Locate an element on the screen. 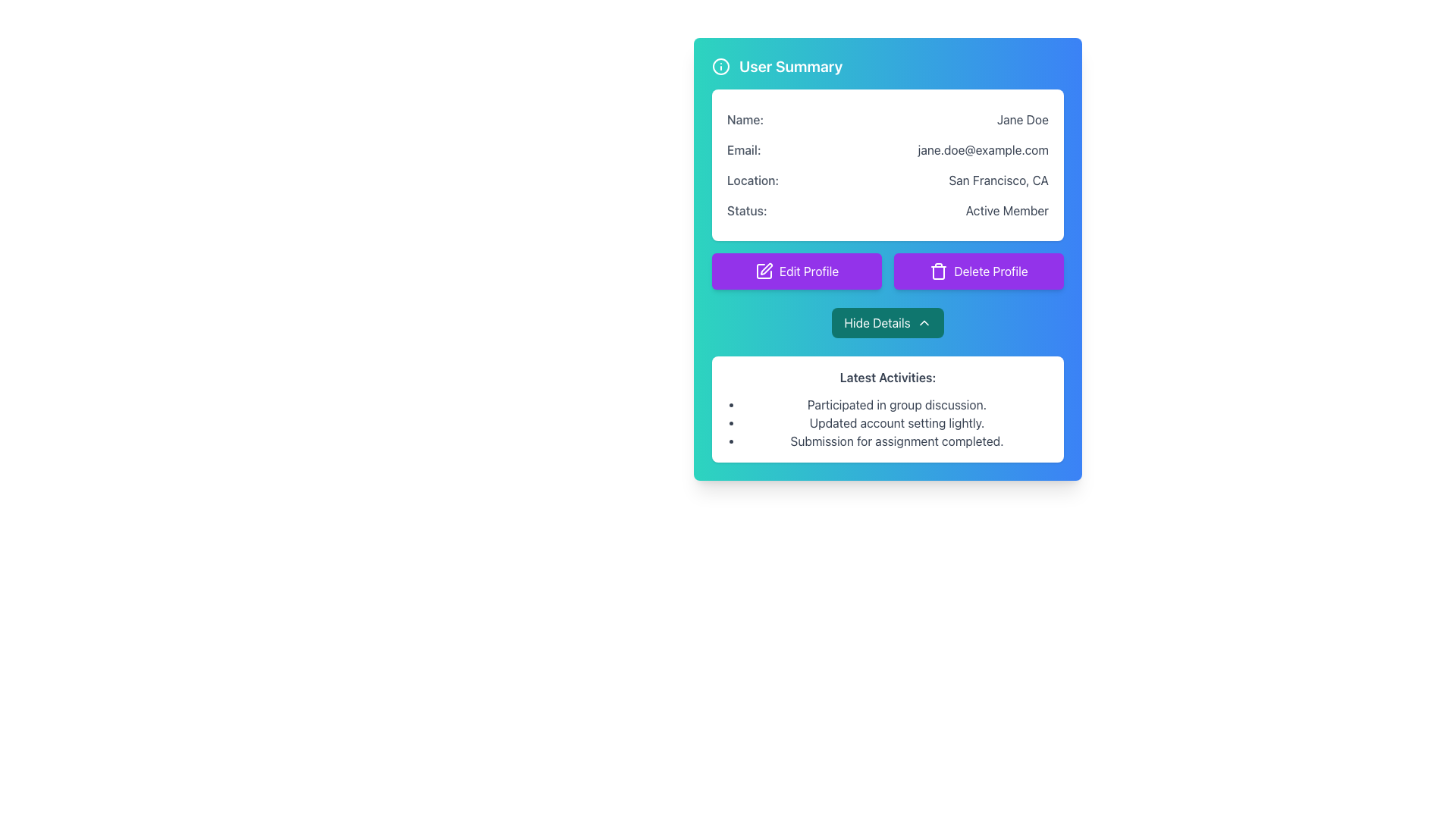 The image size is (1456, 819). text of the header Text Label that serves as the title for recent user activities, located in a white rounded box at the lower portion of the main layout is located at coordinates (888, 376).